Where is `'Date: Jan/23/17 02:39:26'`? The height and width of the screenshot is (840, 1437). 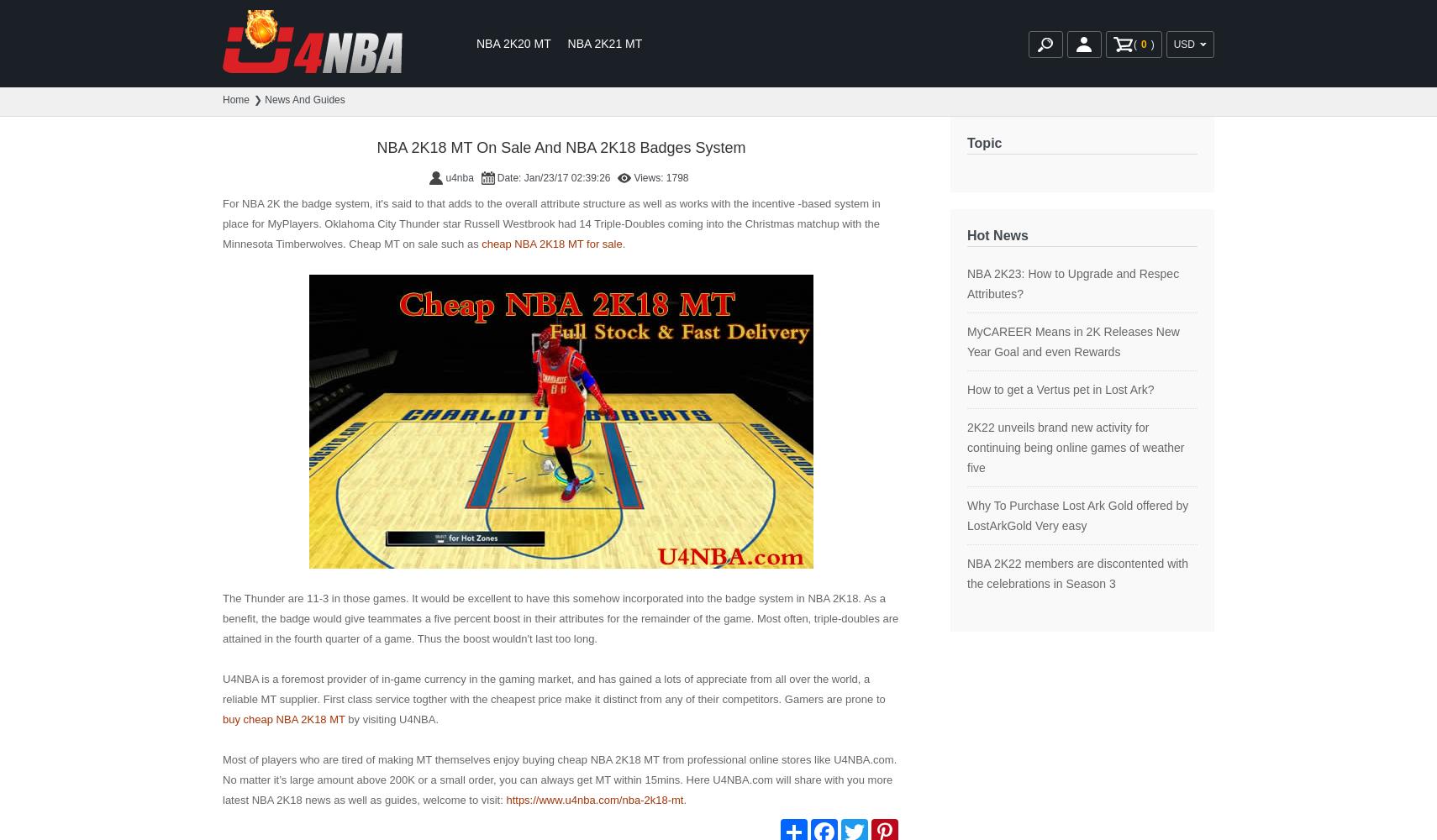
'Date: Jan/23/17 02:39:26' is located at coordinates (553, 177).